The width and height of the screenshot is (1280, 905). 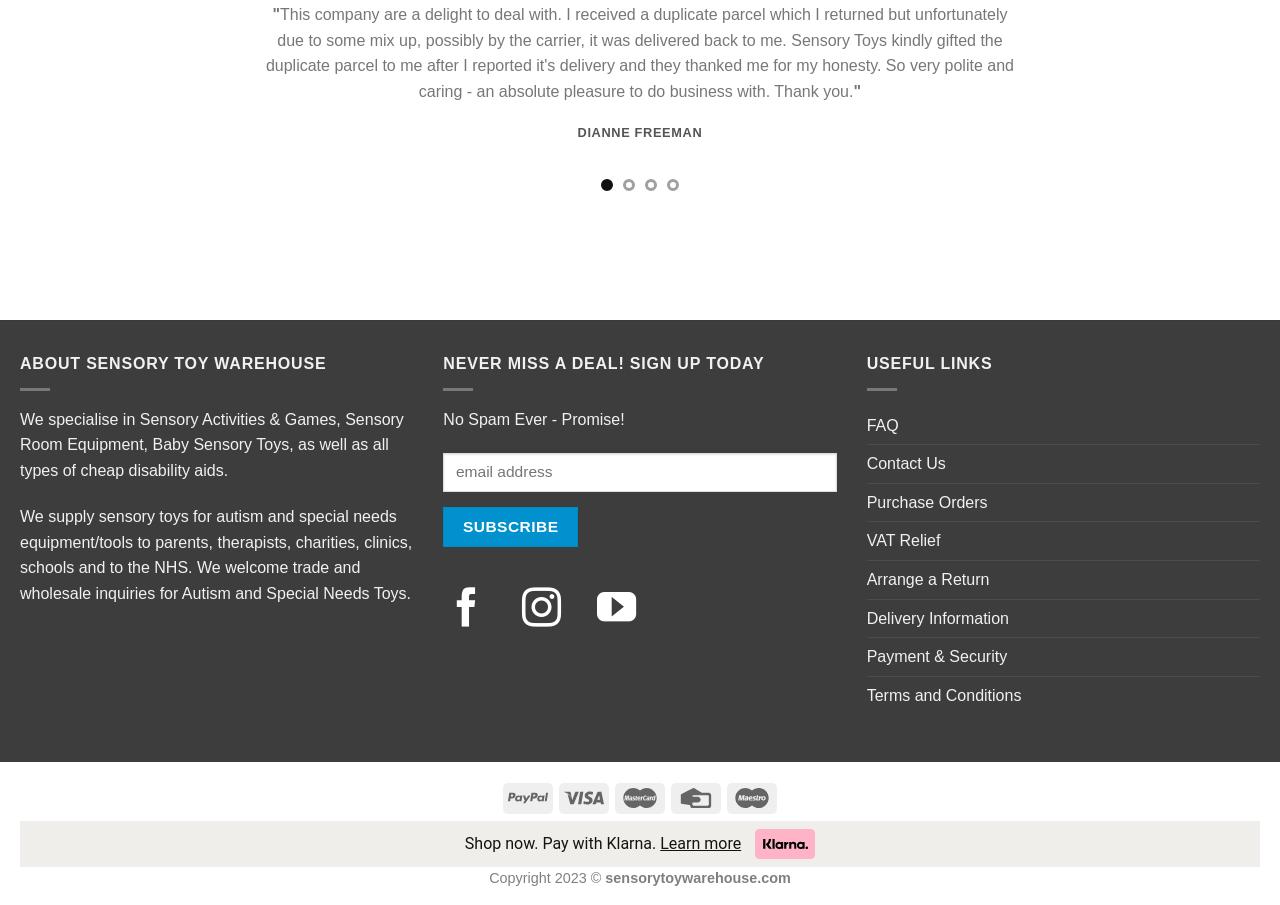 I want to click on 'About Sensory Toy Warehouse', so click(x=173, y=362).